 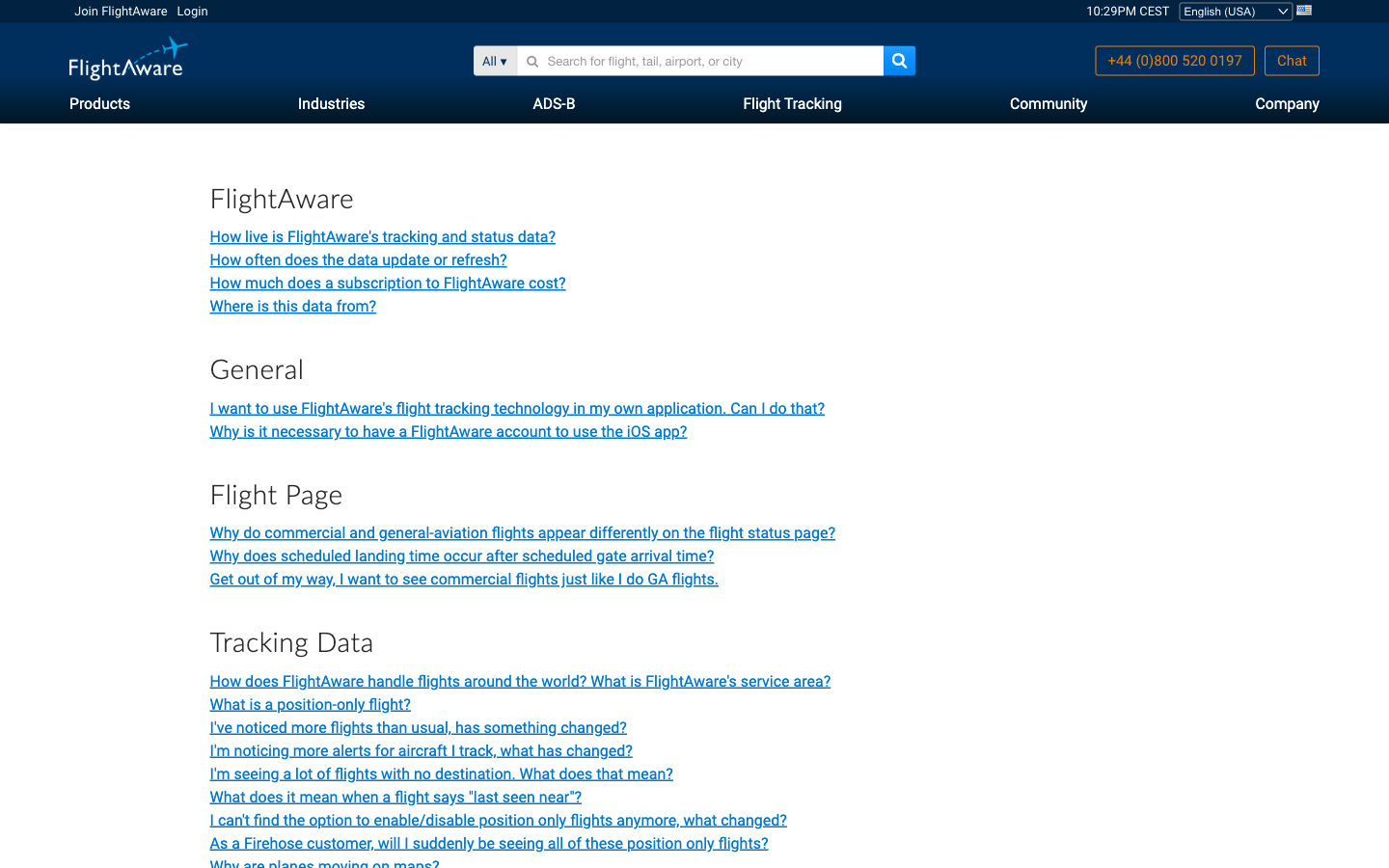 I want to click on Verify the real-time status of FlightAware"s tracking data, so click(x=422, y=749).